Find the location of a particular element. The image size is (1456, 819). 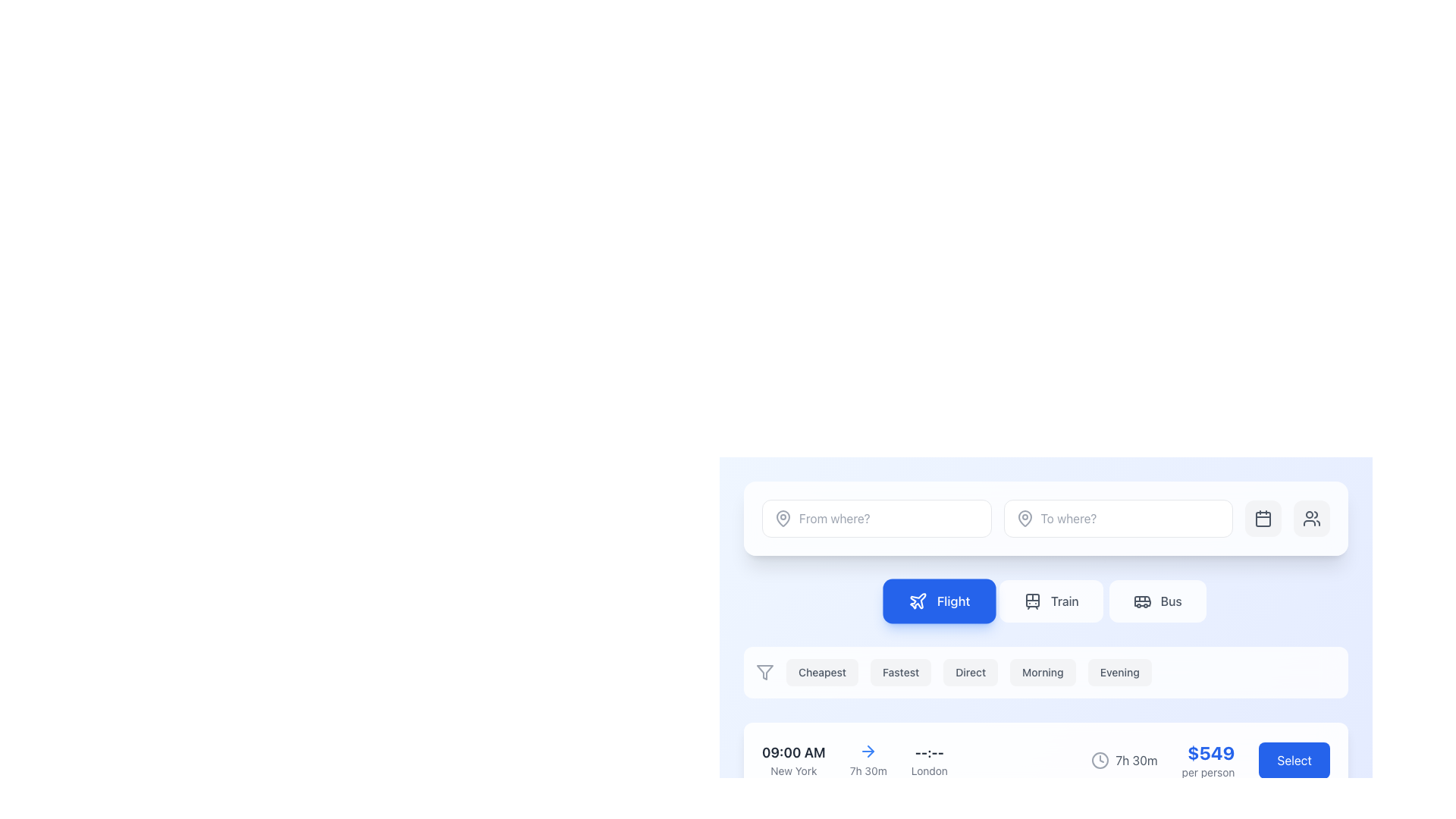

the 'Direct' button in the horizontal list of selectable buttons is located at coordinates (971, 672).